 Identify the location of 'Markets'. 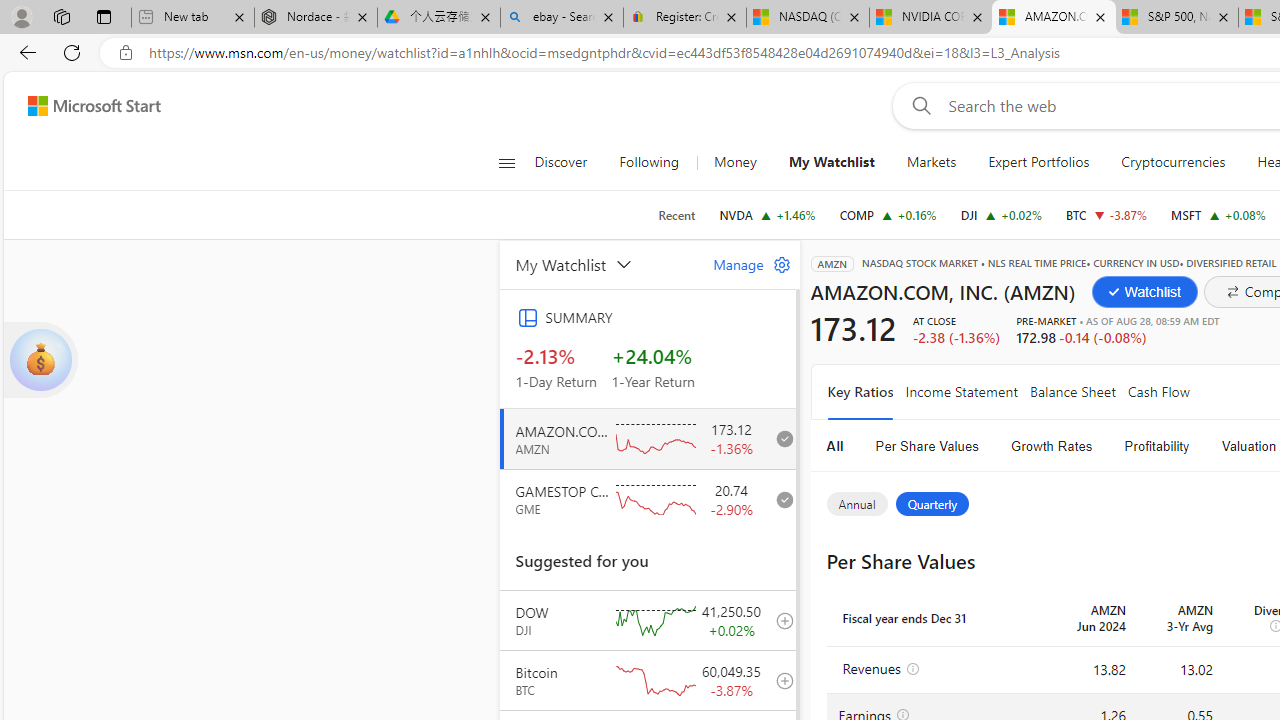
(930, 162).